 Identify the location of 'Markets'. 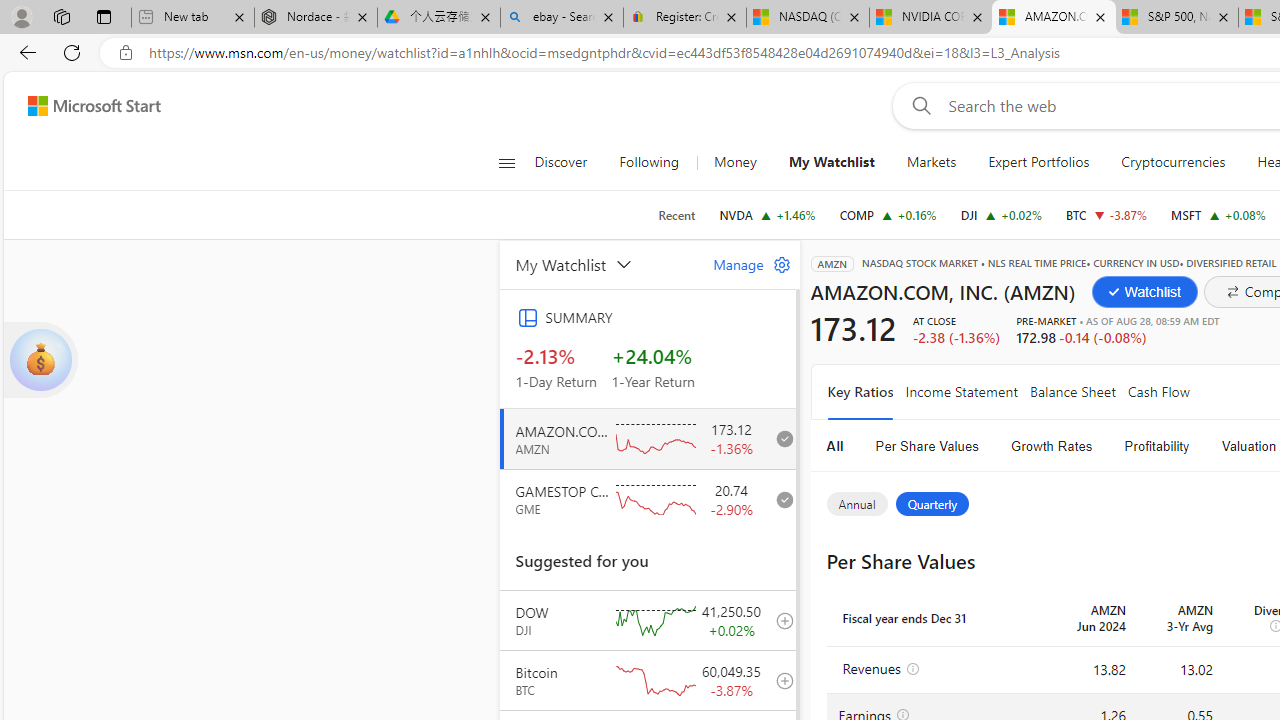
(930, 162).